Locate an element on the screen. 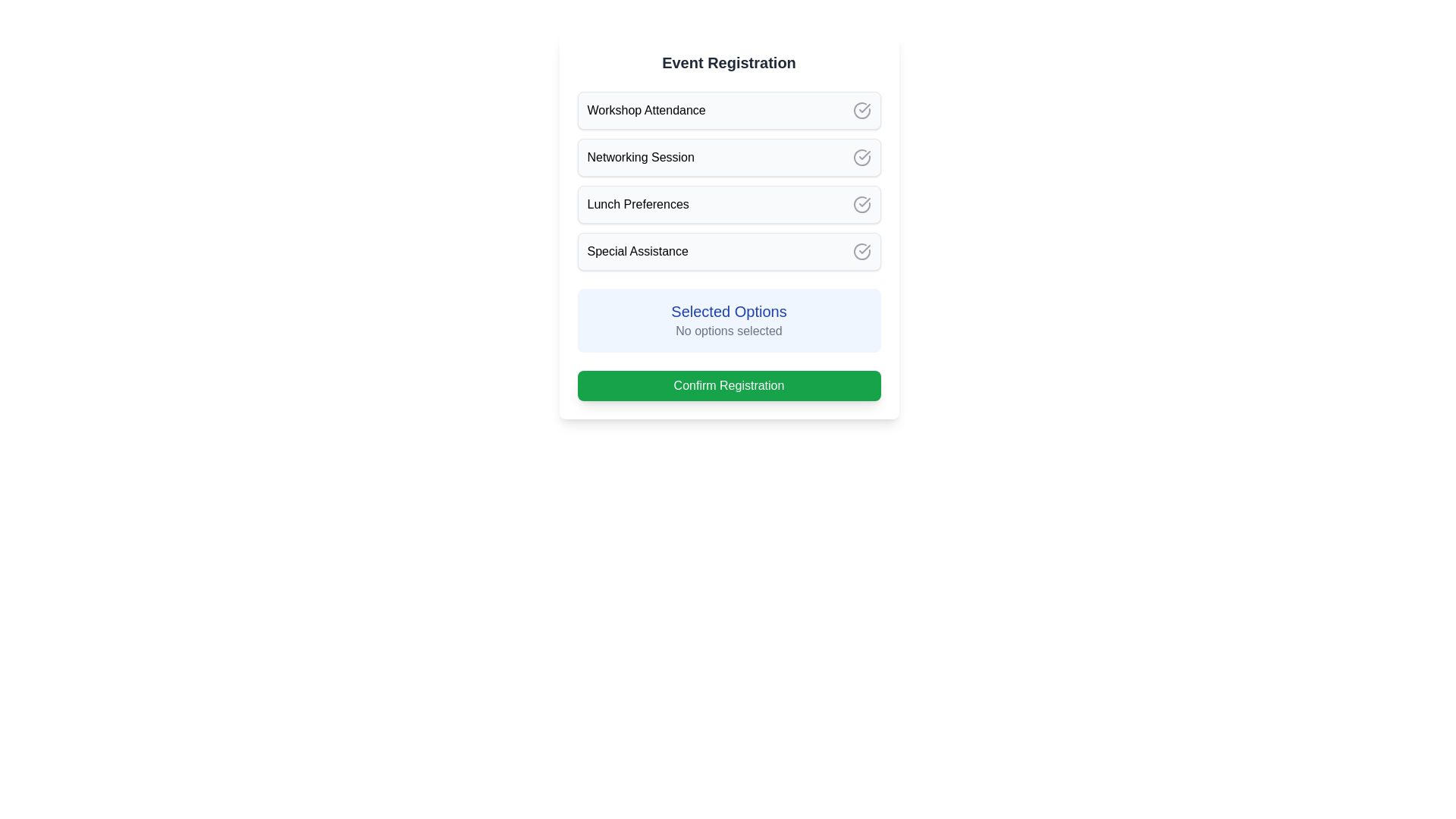 The width and height of the screenshot is (1456, 819). the status indication by checking the Icon (Checkmark Circle) located to the right of the 'Networking Session' text label in the Event Registration form is located at coordinates (861, 158).